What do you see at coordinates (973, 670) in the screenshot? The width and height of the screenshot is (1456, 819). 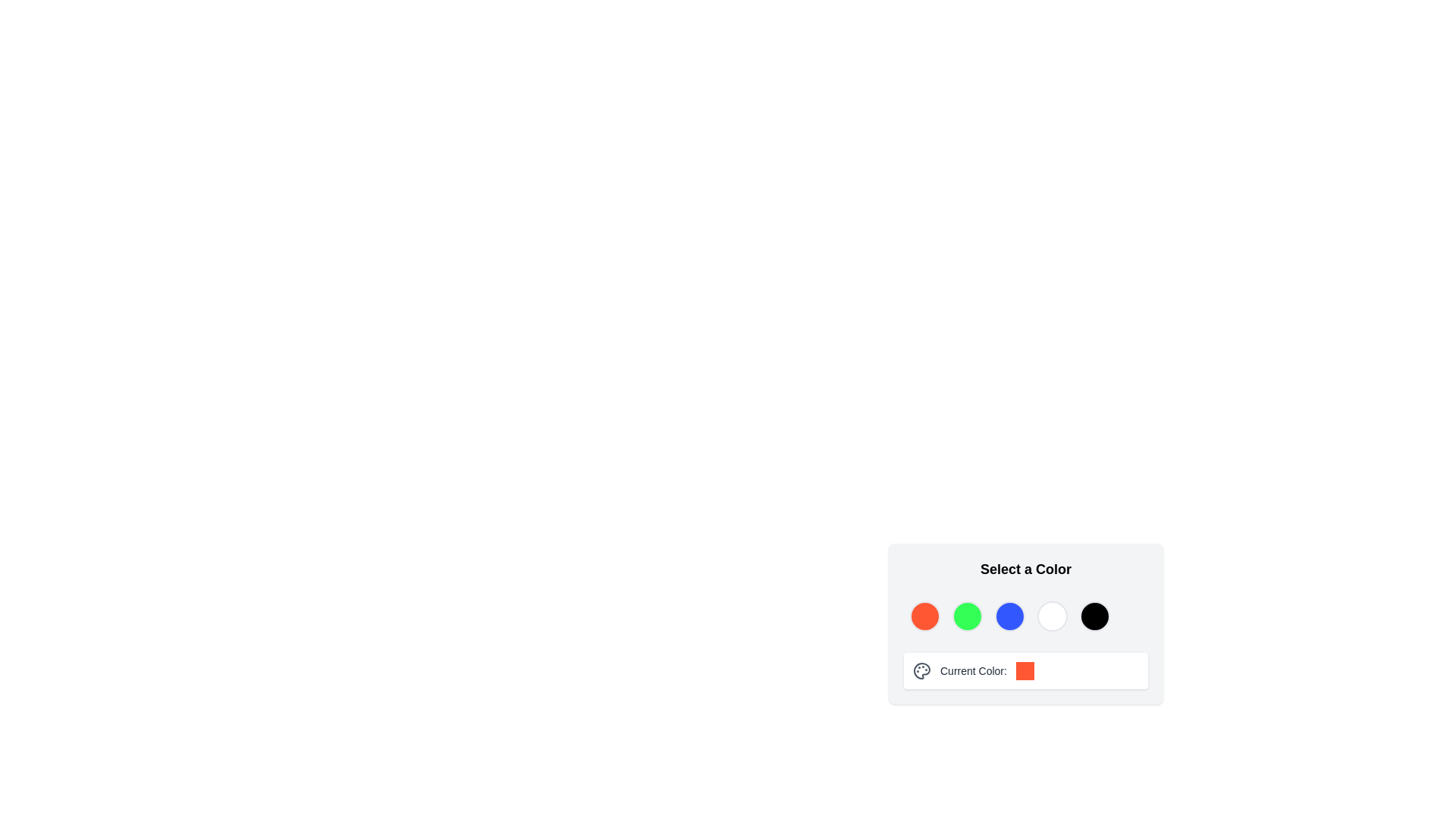 I see `text of the label that displays 'Current Color:', which informs users about the currently selected or active color` at bounding box center [973, 670].